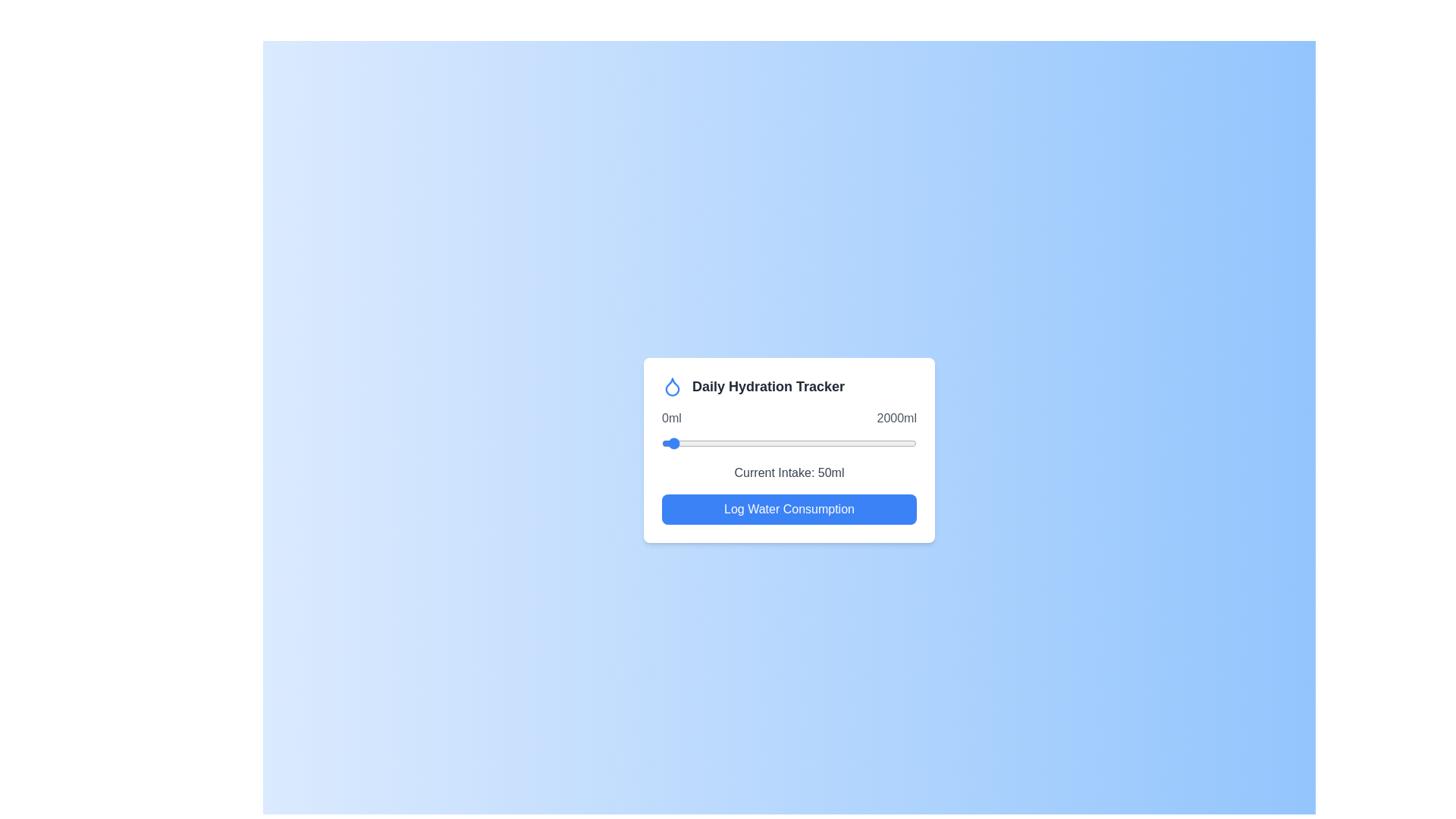  What do you see at coordinates (789, 472) in the screenshot?
I see `the text displaying the current water intake level` at bounding box center [789, 472].